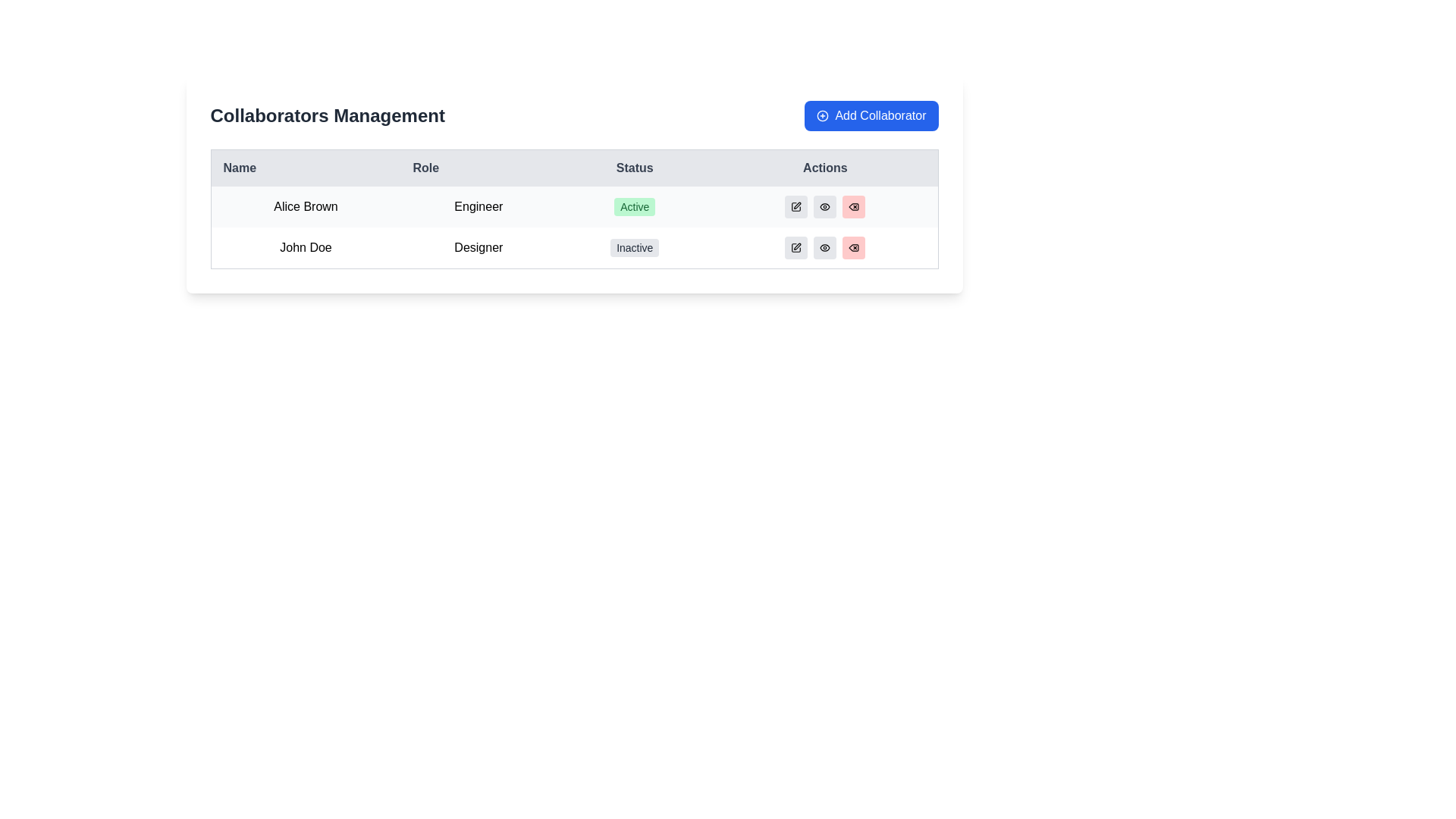 The image size is (1456, 819). Describe the element at coordinates (822, 115) in the screenshot. I see `the circular plus icon within the 'Add Collaborator' button located at the top-right corner of the Collaborators Management interface for additional interaction indication` at that location.